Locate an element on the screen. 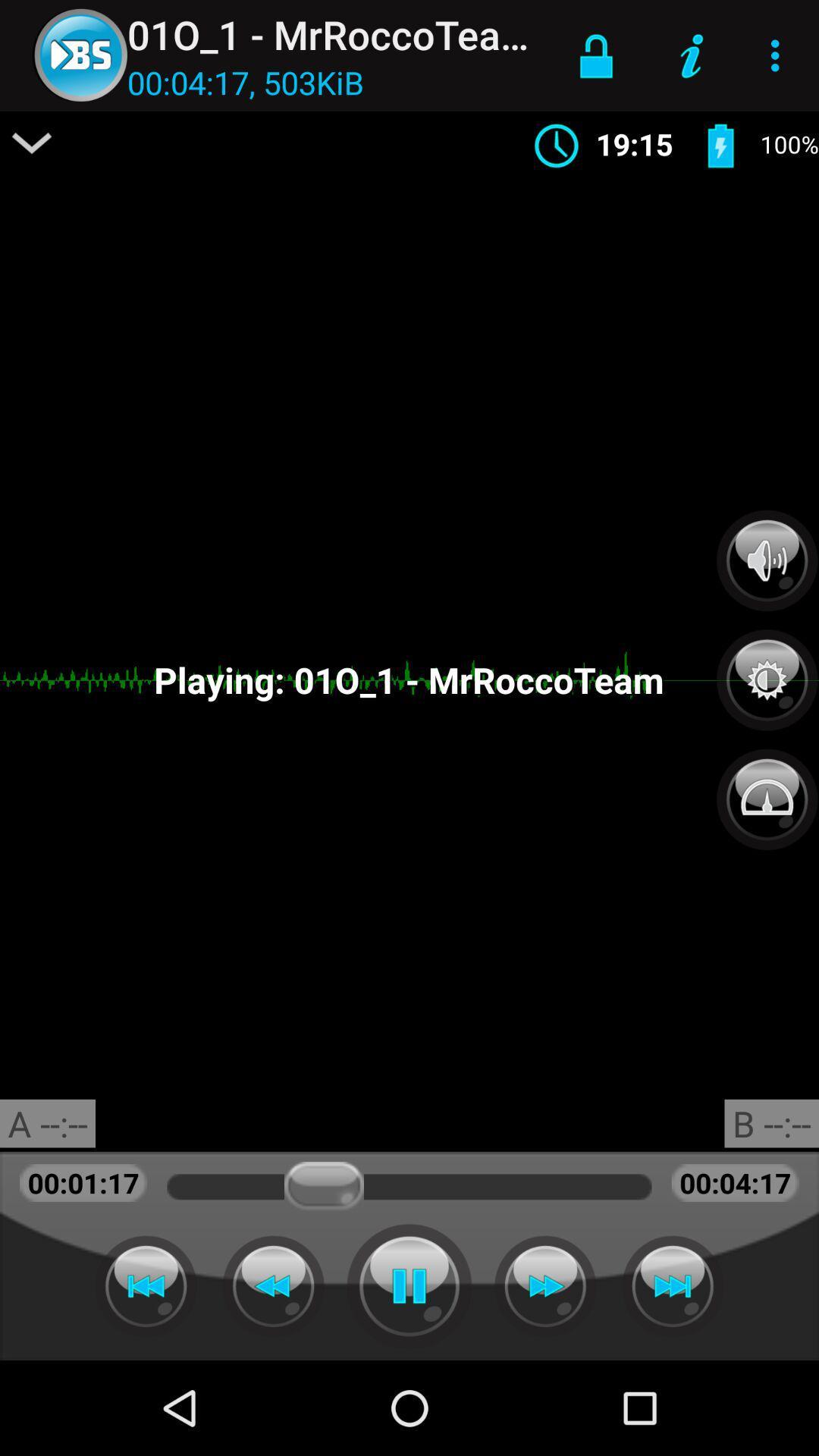  pre is located at coordinates (146, 1285).